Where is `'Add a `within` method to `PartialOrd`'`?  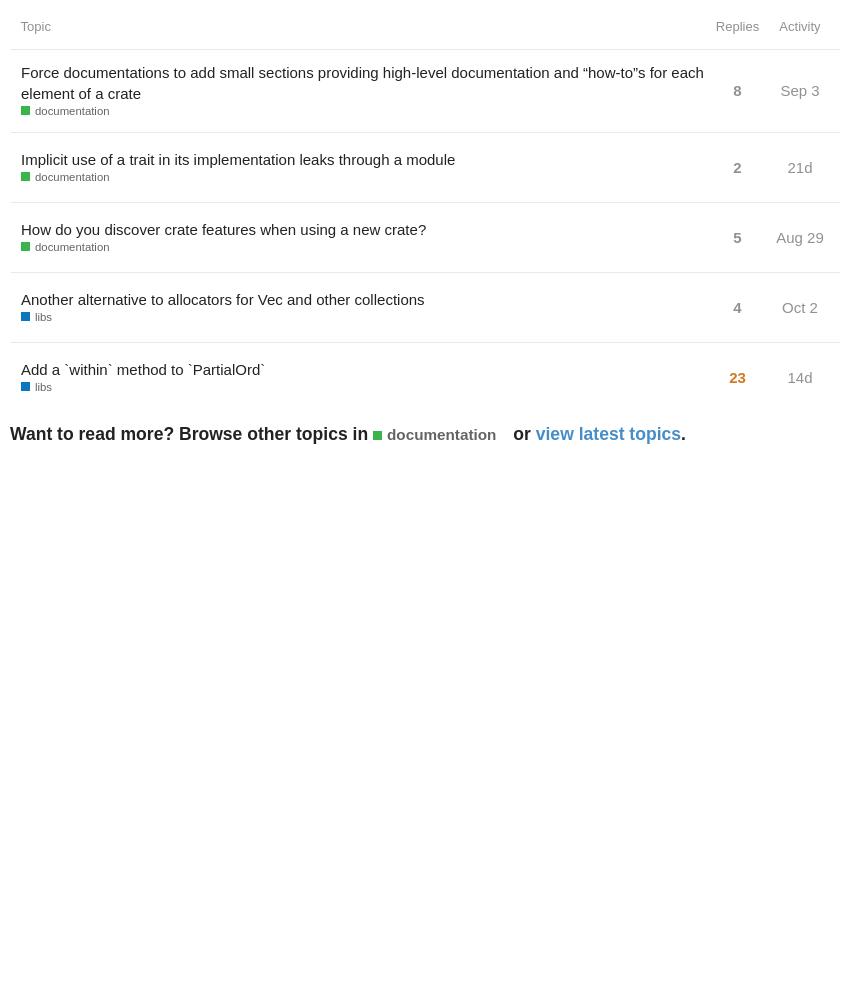 'Add a `within` method to `PartialOrd`' is located at coordinates (19, 367).